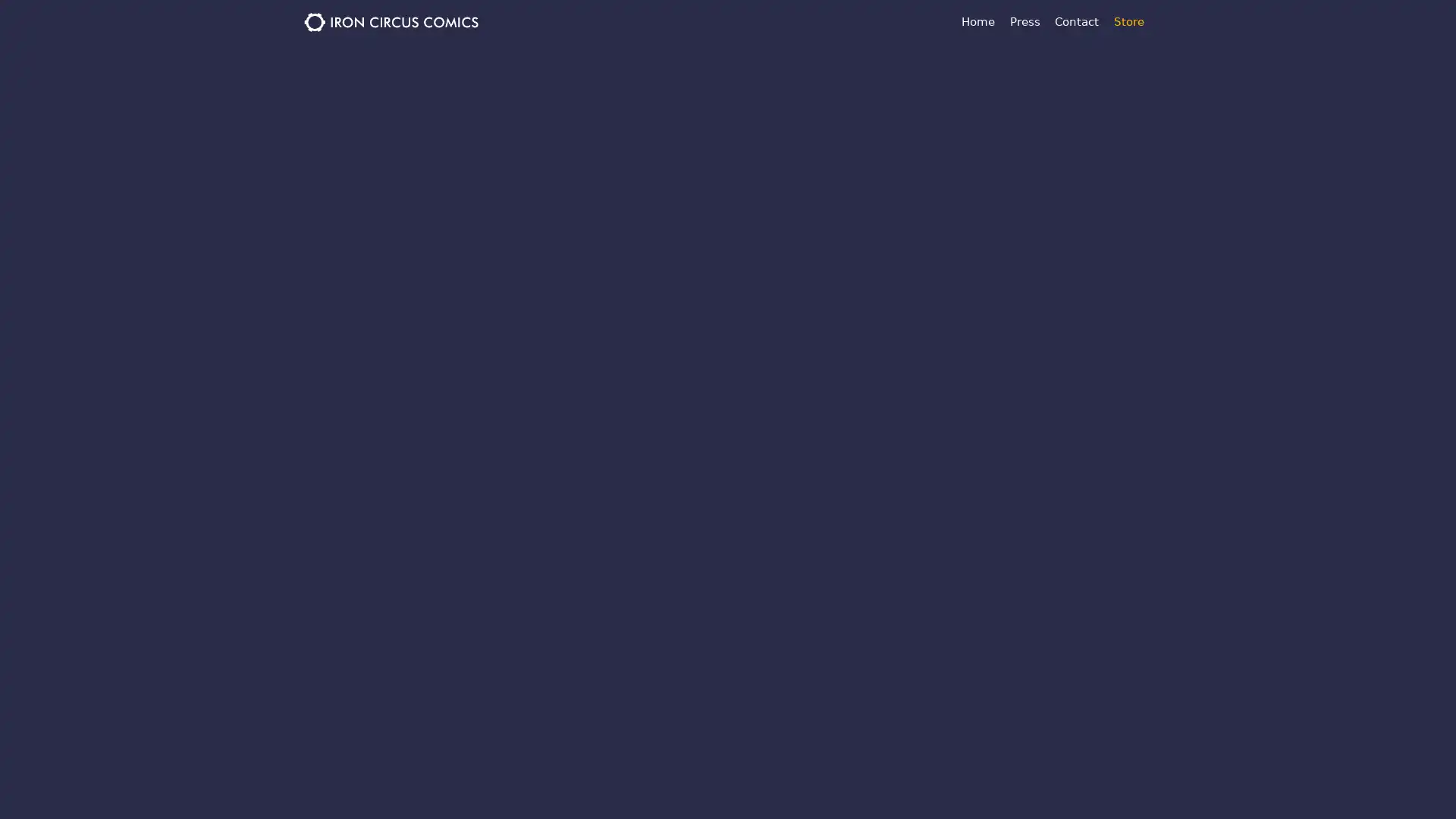 The height and width of the screenshot is (819, 1456). What do you see at coordinates (977, 196) in the screenshot?
I see `Search` at bounding box center [977, 196].